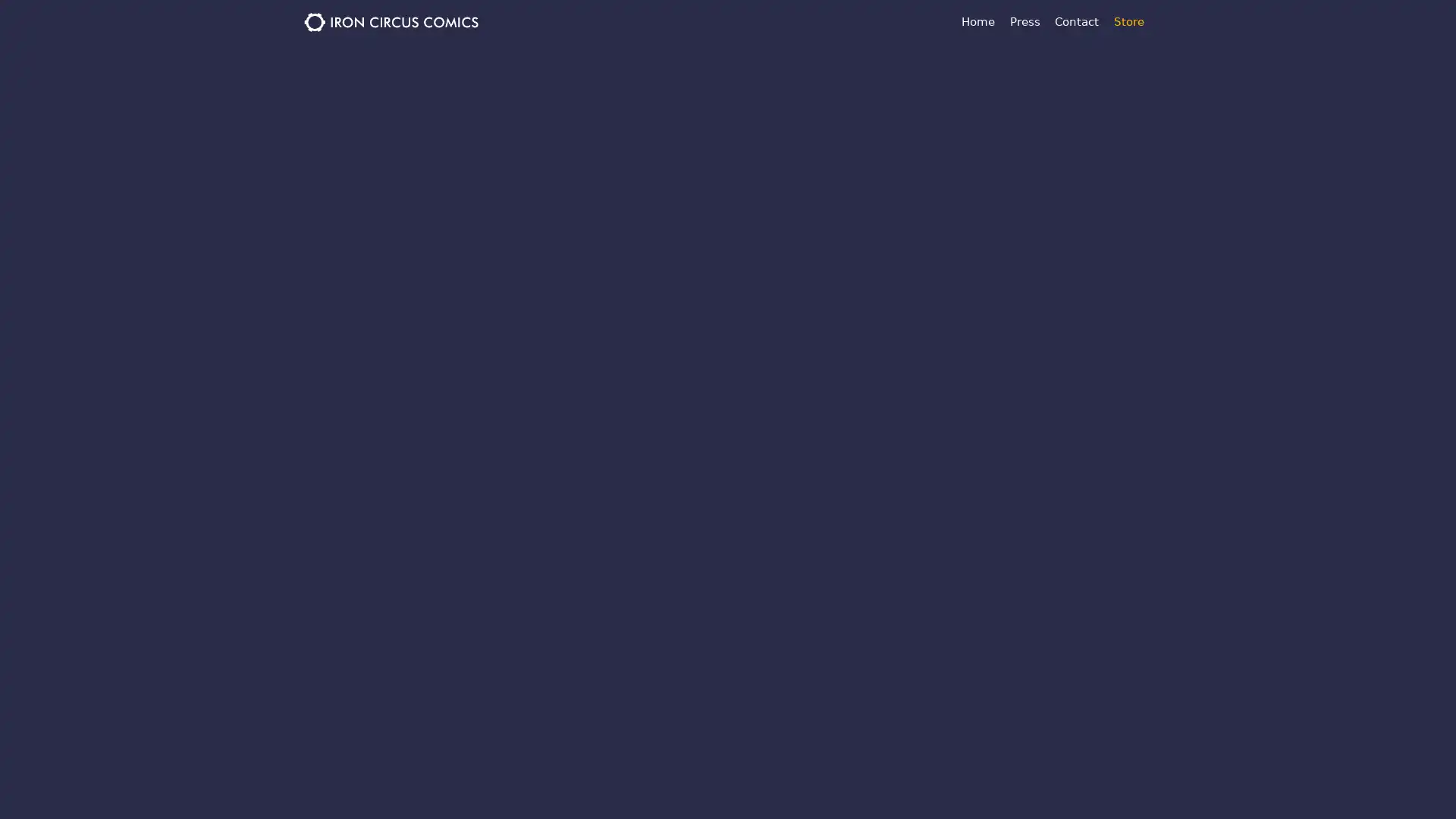 The height and width of the screenshot is (819, 1456). What do you see at coordinates (977, 196) in the screenshot?
I see `Search` at bounding box center [977, 196].